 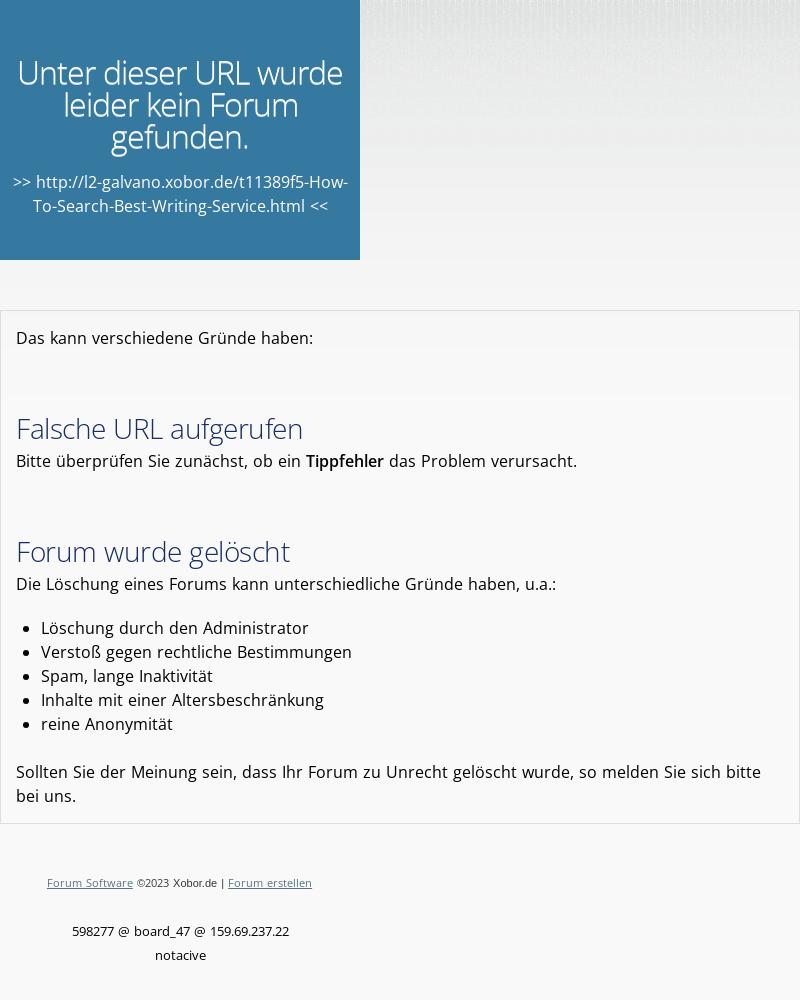 What do you see at coordinates (178, 953) in the screenshot?
I see `'notacive'` at bounding box center [178, 953].